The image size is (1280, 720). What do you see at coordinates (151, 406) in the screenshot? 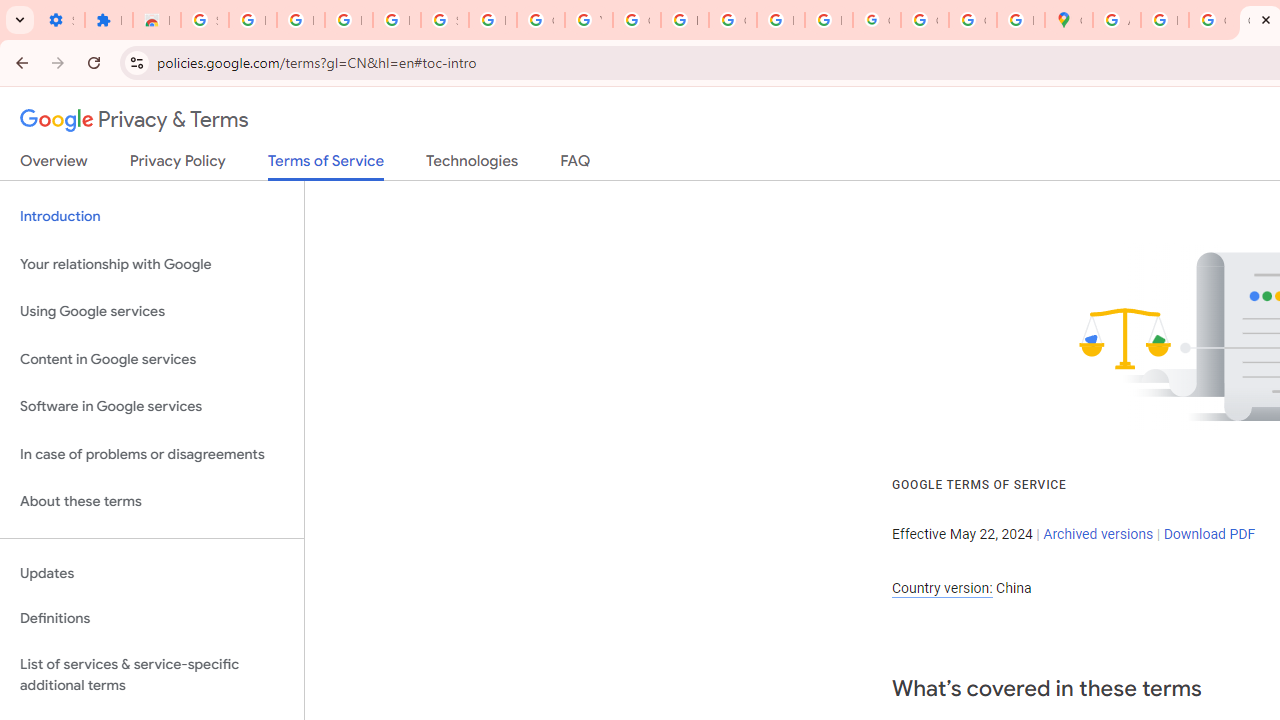
I see `'Software in Google services'` at bounding box center [151, 406].